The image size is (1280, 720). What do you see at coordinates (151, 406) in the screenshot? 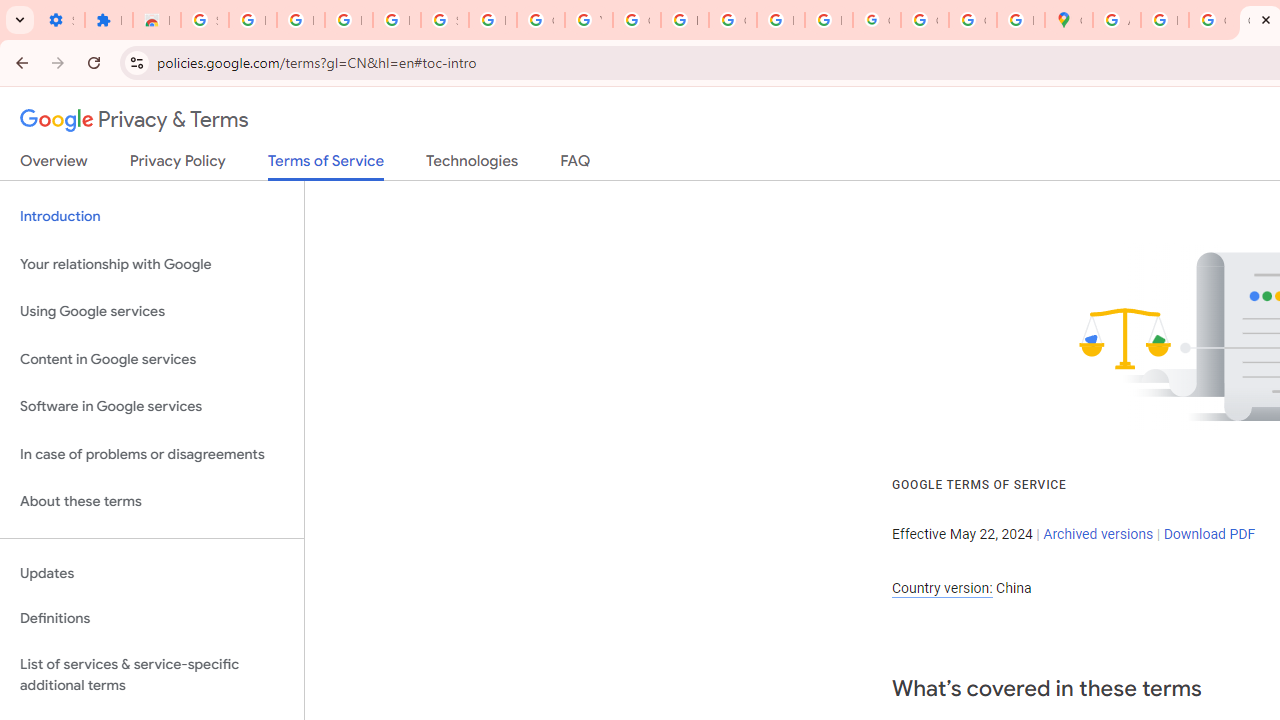
I see `'Software in Google services'` at bounding box center [151, 406].